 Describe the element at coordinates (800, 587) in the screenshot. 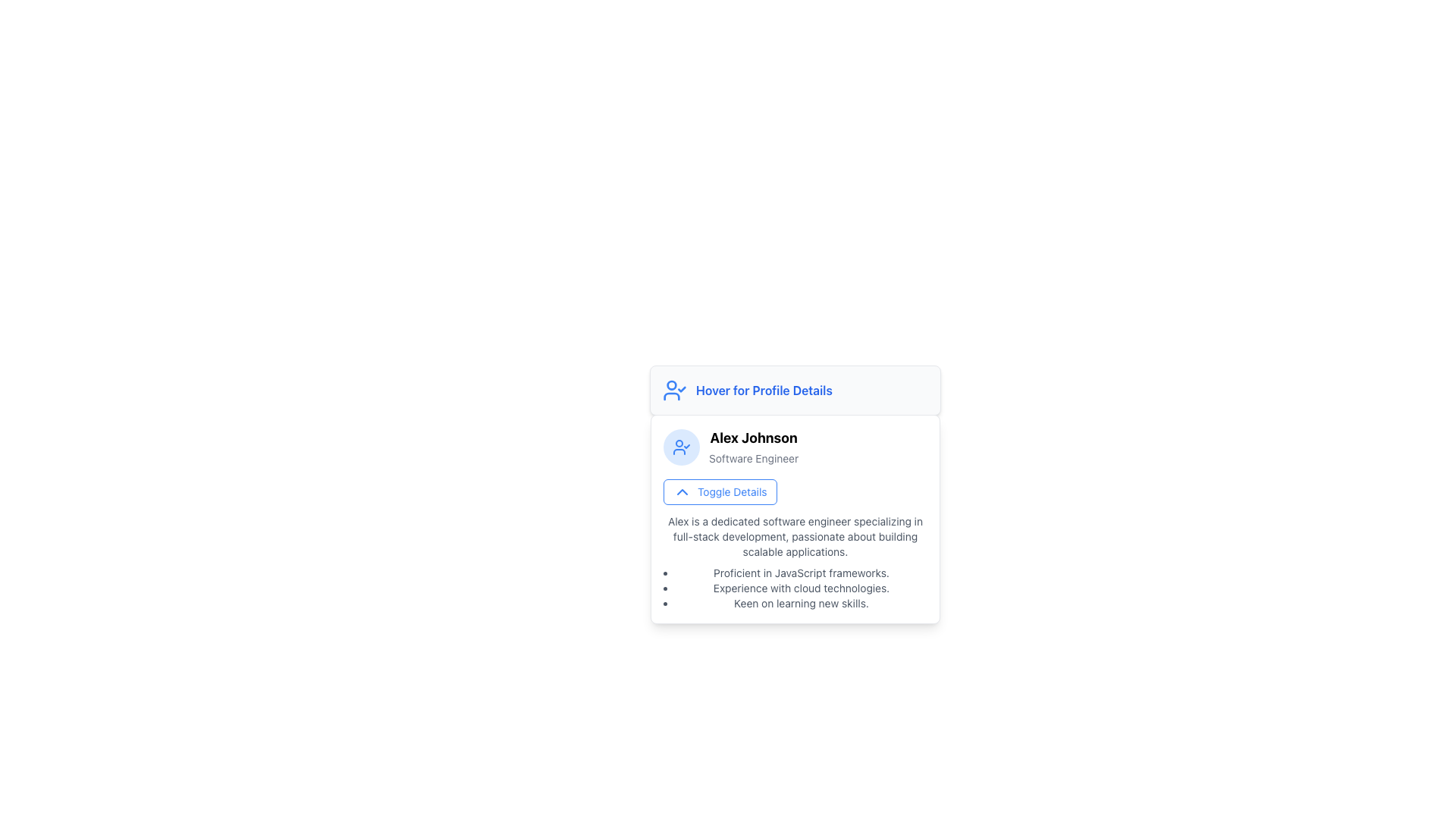

I see `static text displaying 'Experience with cloud technologies.' located as the second item in a bulleted list within the lower portion of the card` at that location.